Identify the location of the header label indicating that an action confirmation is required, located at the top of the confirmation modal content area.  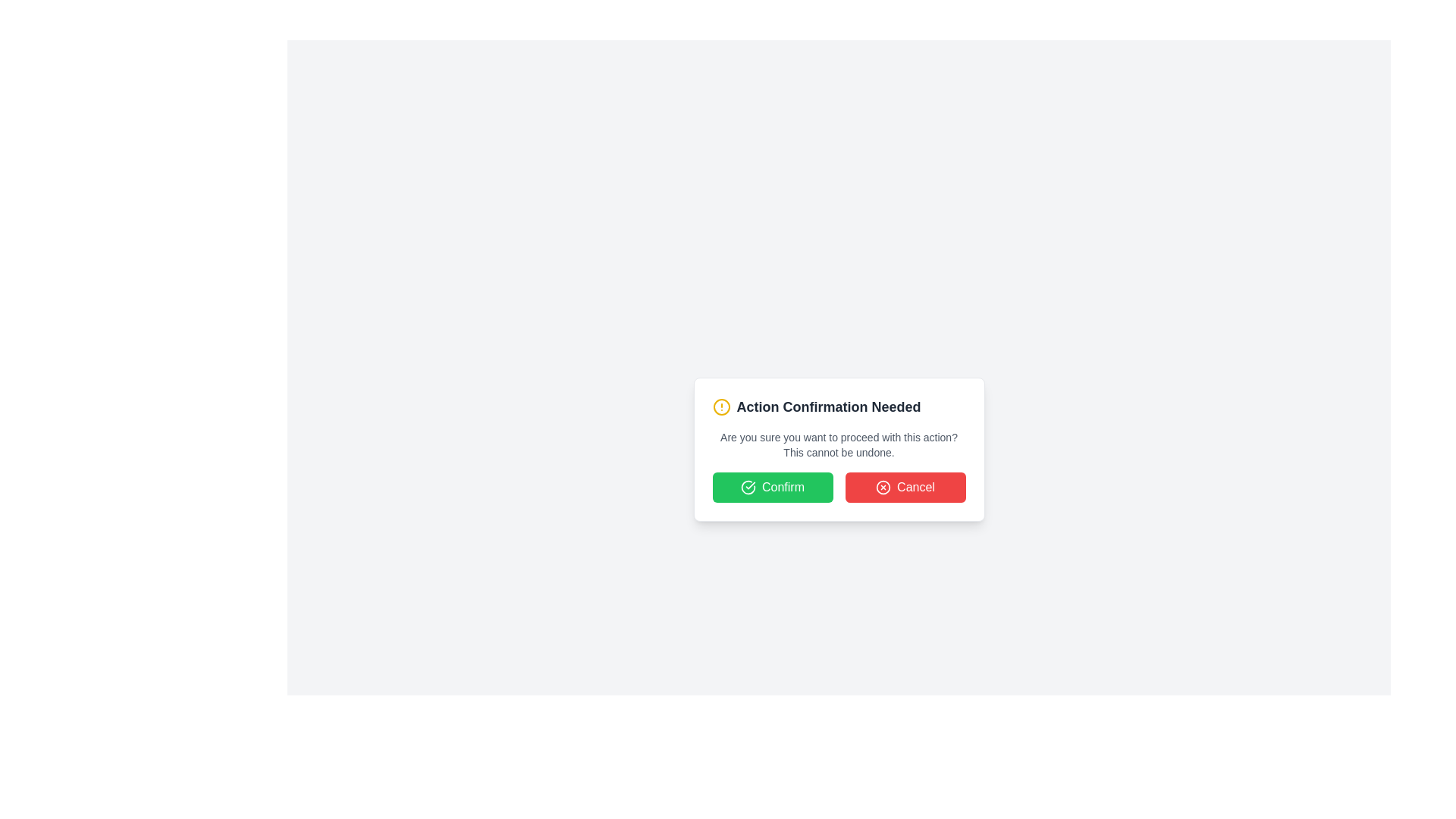
(838, 406).